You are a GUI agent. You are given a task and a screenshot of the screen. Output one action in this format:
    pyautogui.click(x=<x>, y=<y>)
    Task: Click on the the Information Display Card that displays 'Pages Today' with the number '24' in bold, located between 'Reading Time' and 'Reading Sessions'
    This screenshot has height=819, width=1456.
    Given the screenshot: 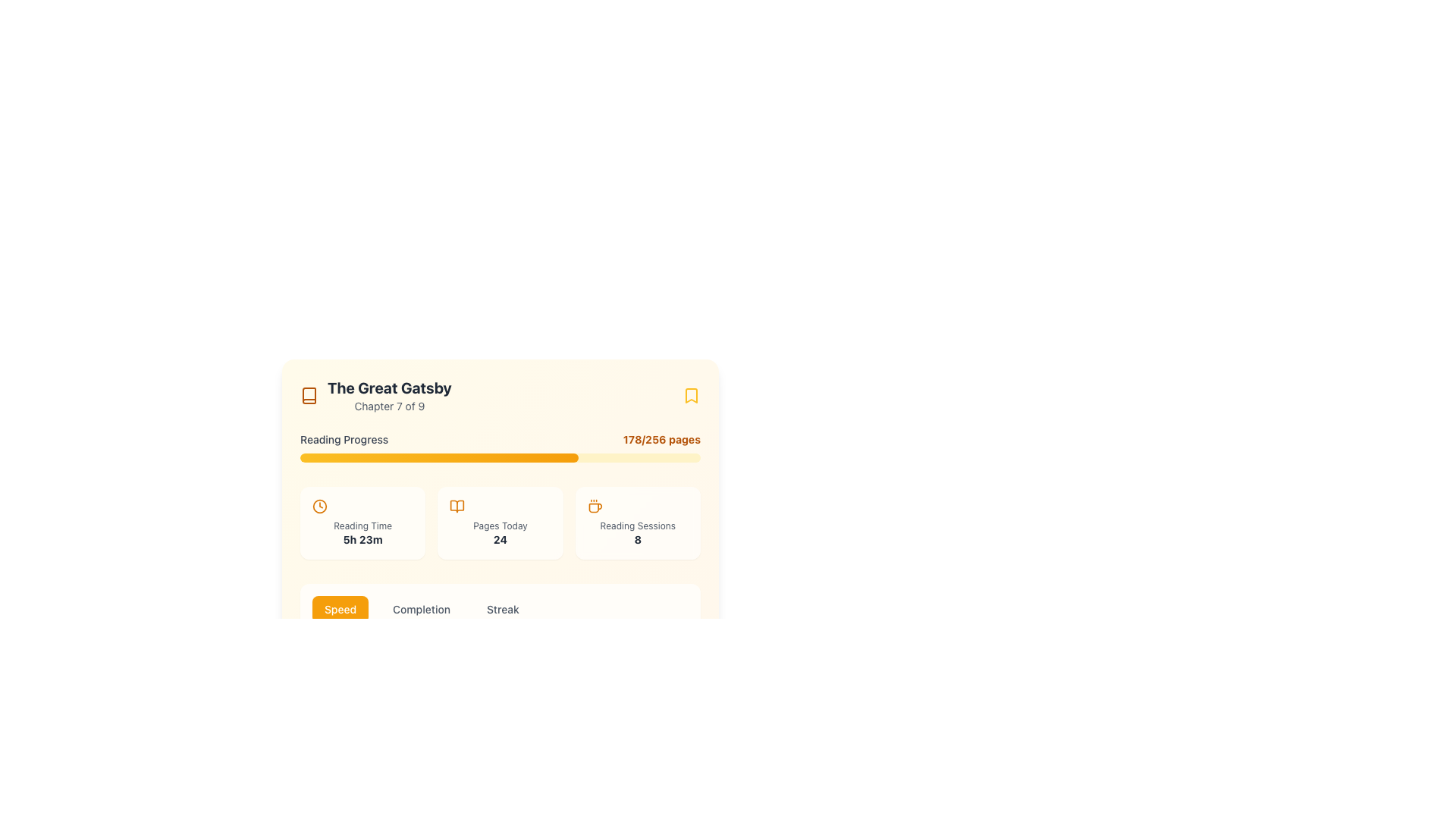 What is the action you would take?
    pyautogui.click(x=500, y=522)
    